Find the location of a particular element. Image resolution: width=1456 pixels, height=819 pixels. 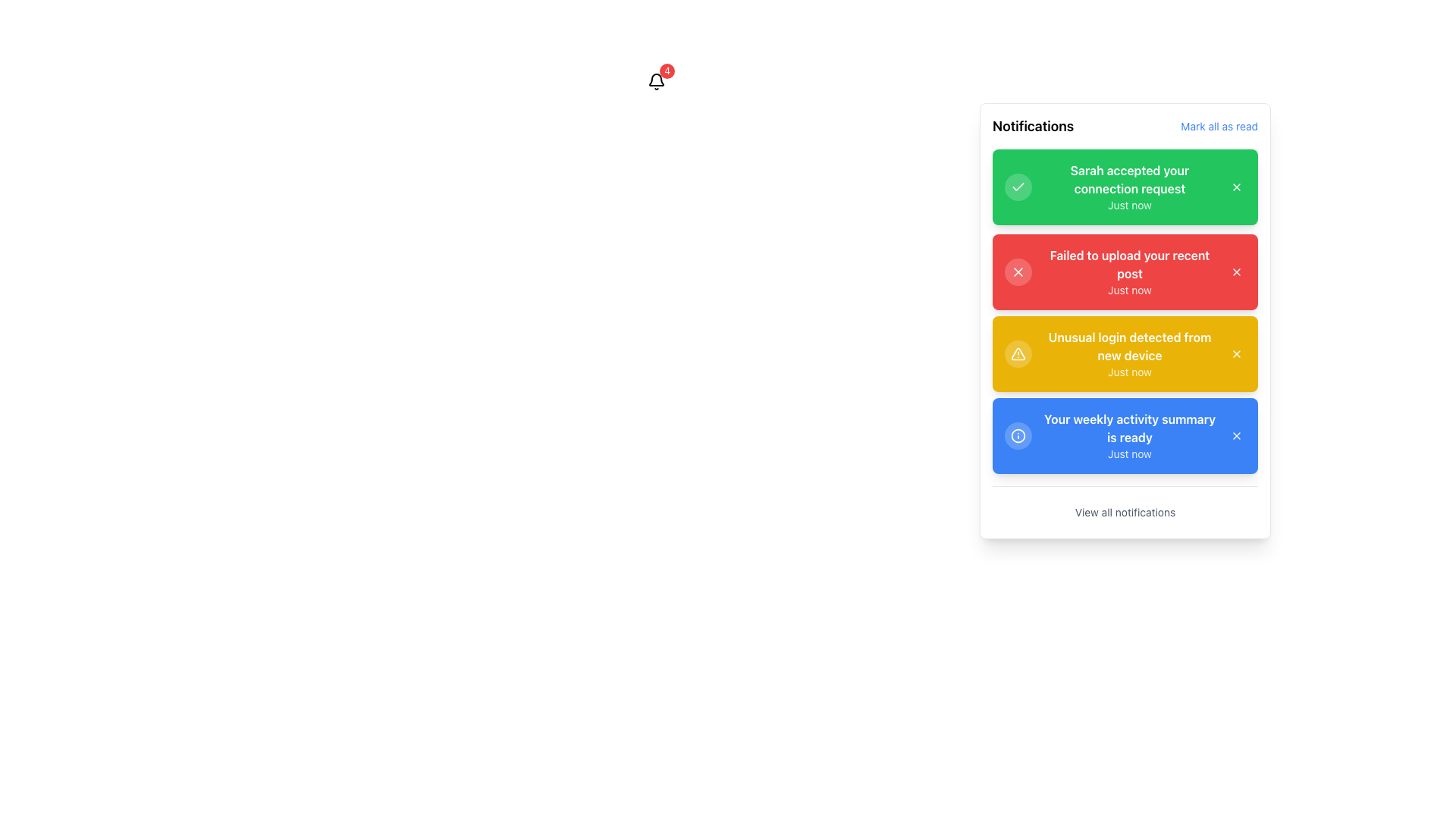

the 'View all notifications' text link, which is styled in gray and changes color on hover, located at the bottom of the notification panel is located at coordinates (1125, 512).